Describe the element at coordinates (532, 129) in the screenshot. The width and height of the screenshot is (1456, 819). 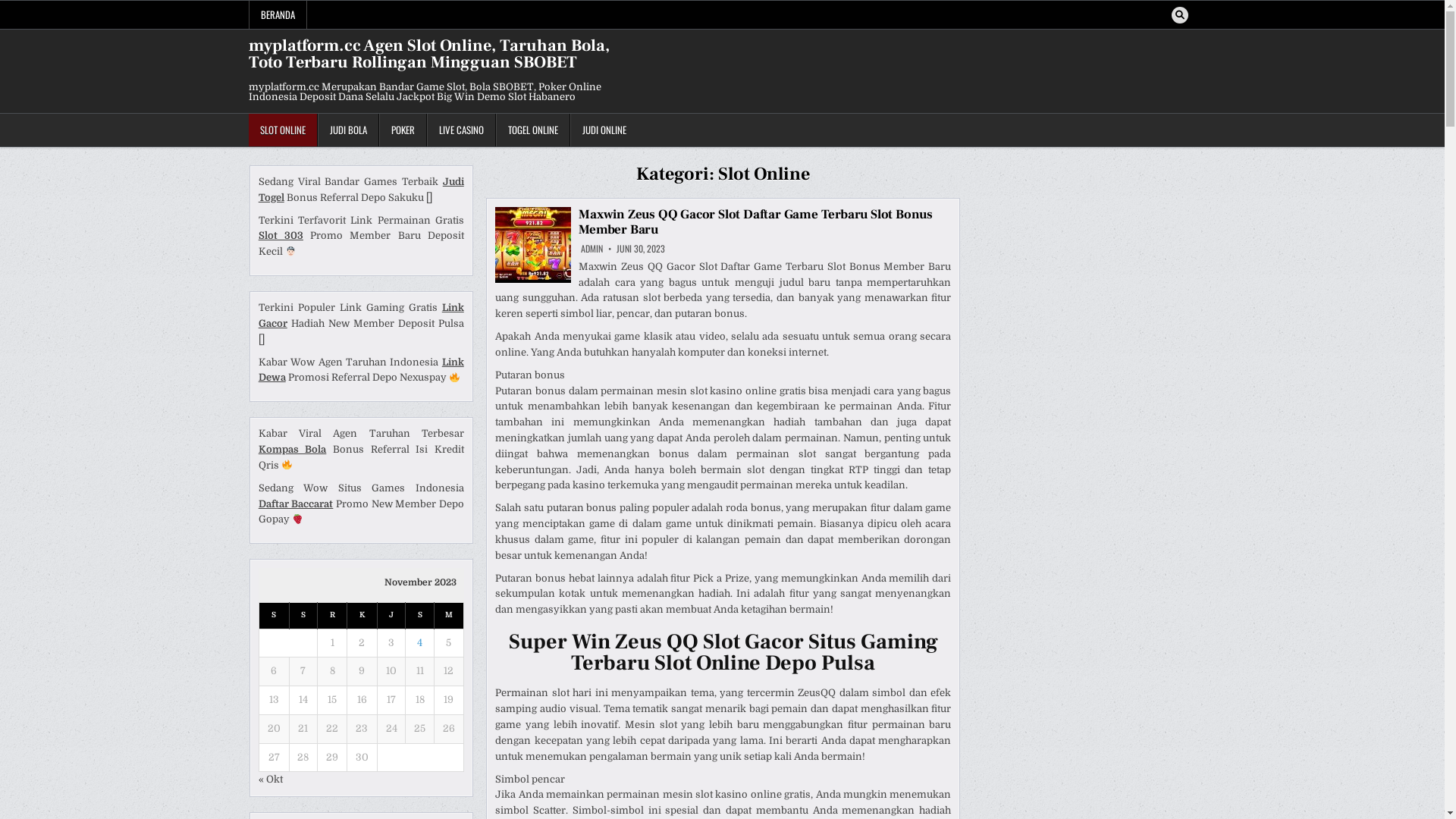
I see `'TOGEL ONLINE'` at that location.